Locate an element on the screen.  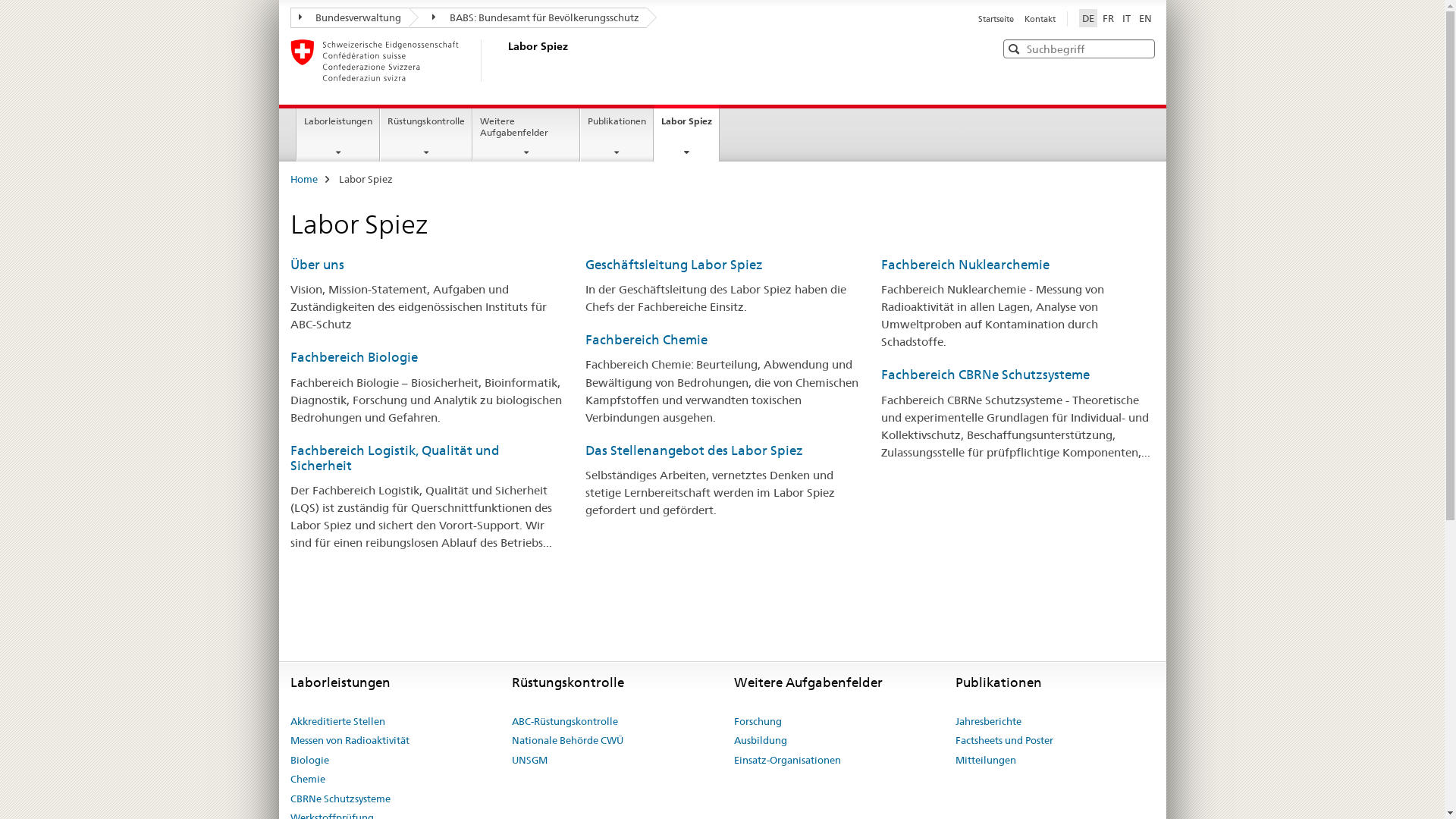
'Fachbereich CBRNe Schutzsysteme' is located at coordinates (985, 374).